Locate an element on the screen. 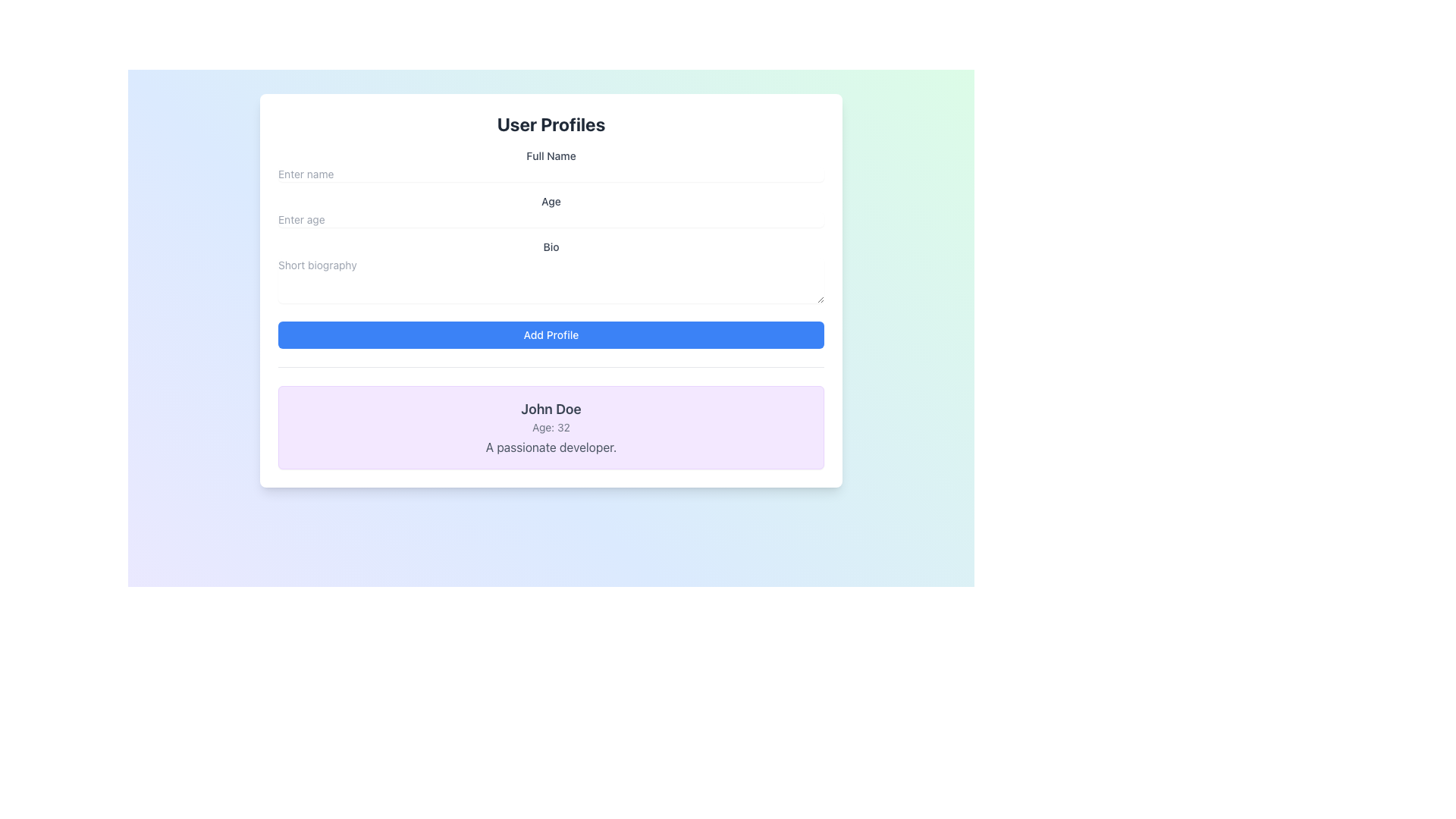 The height and width of the screenshot is (819, 1456). into the 'Full Name' labeled text input field is located at coordinates (550, 165).